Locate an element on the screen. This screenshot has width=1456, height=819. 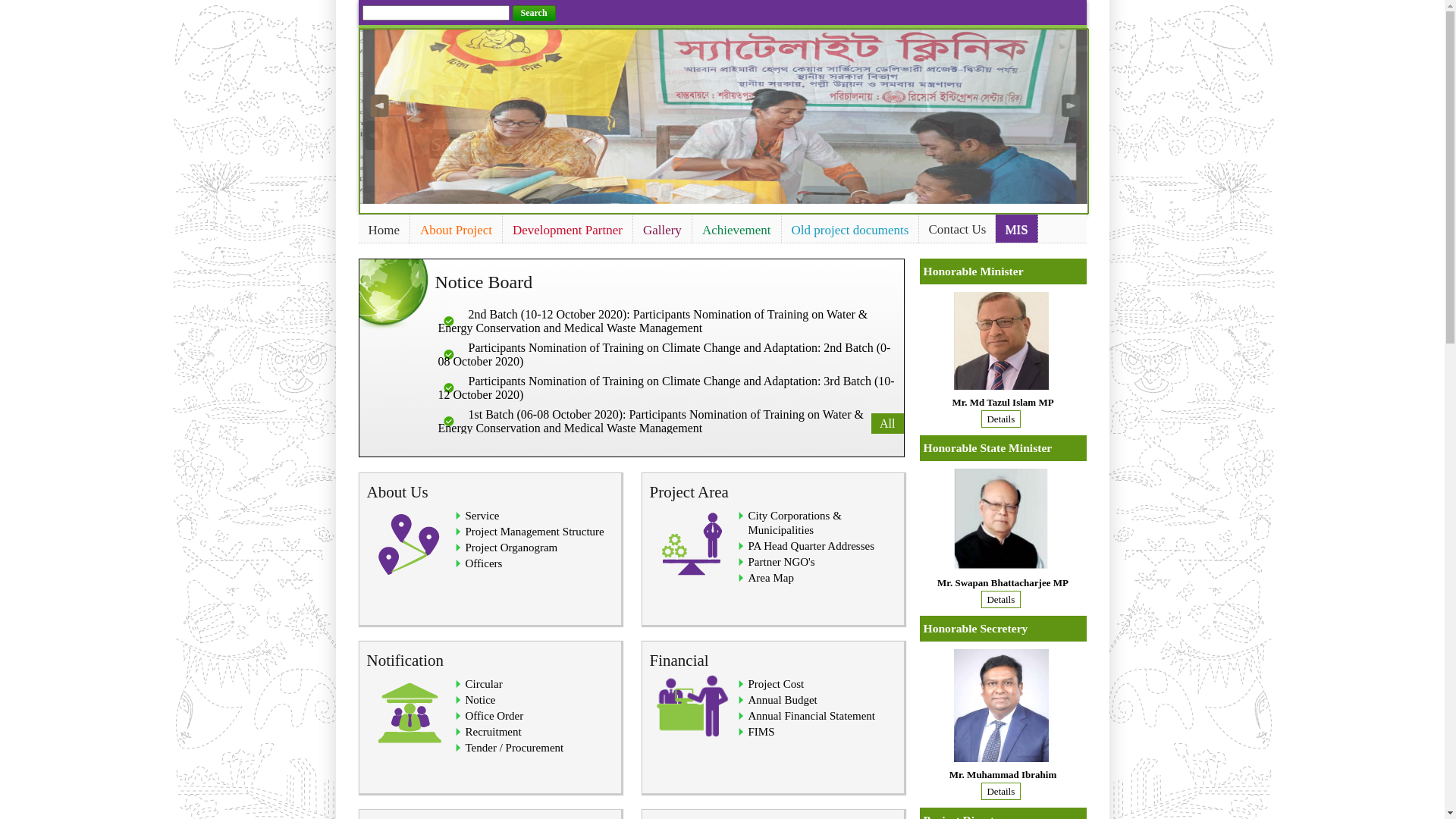
'Old project documents' is located at coordinates (850, 231).